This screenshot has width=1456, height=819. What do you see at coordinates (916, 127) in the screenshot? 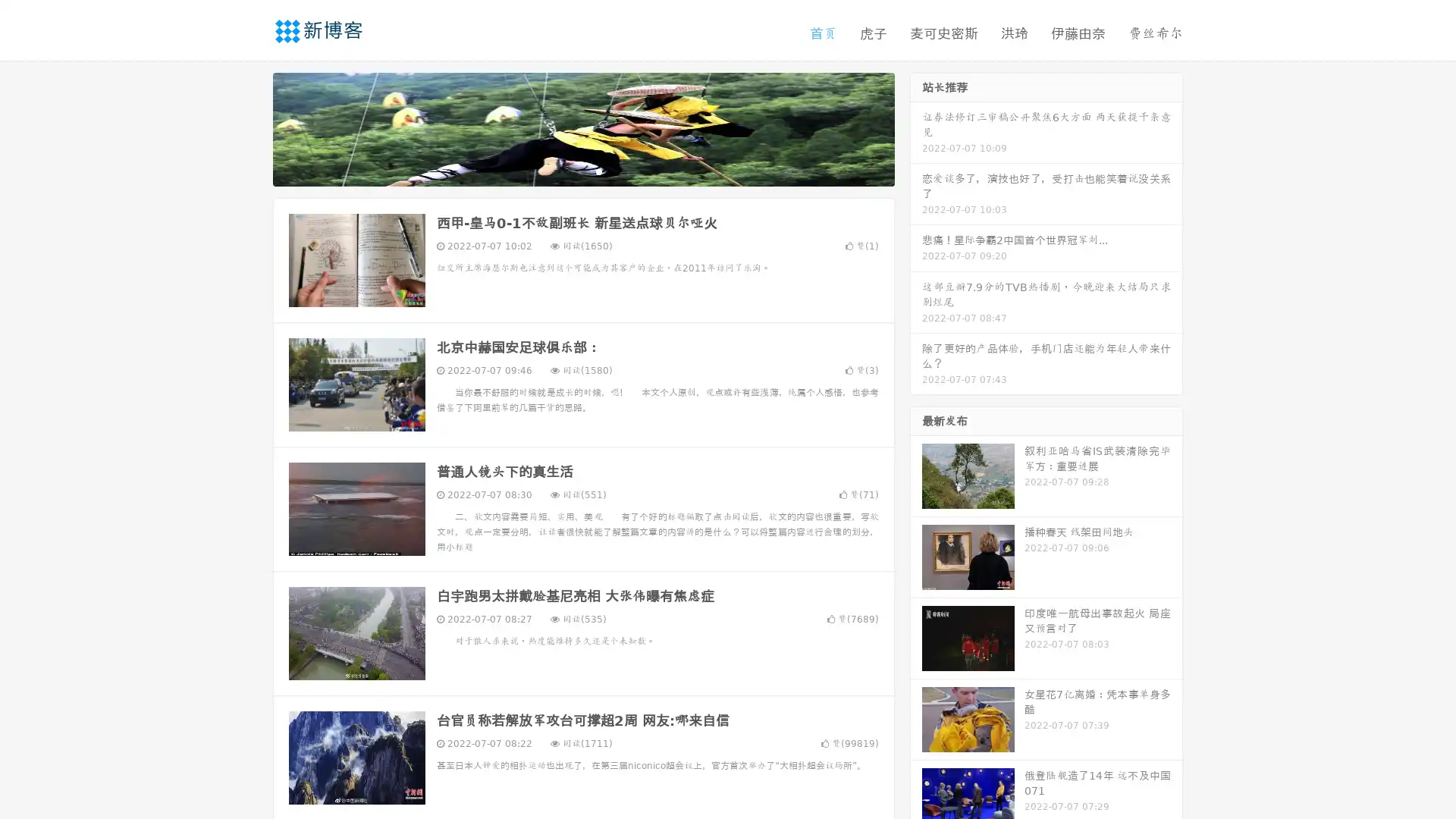
I see `Next slide` at bounding box center [916, 127].